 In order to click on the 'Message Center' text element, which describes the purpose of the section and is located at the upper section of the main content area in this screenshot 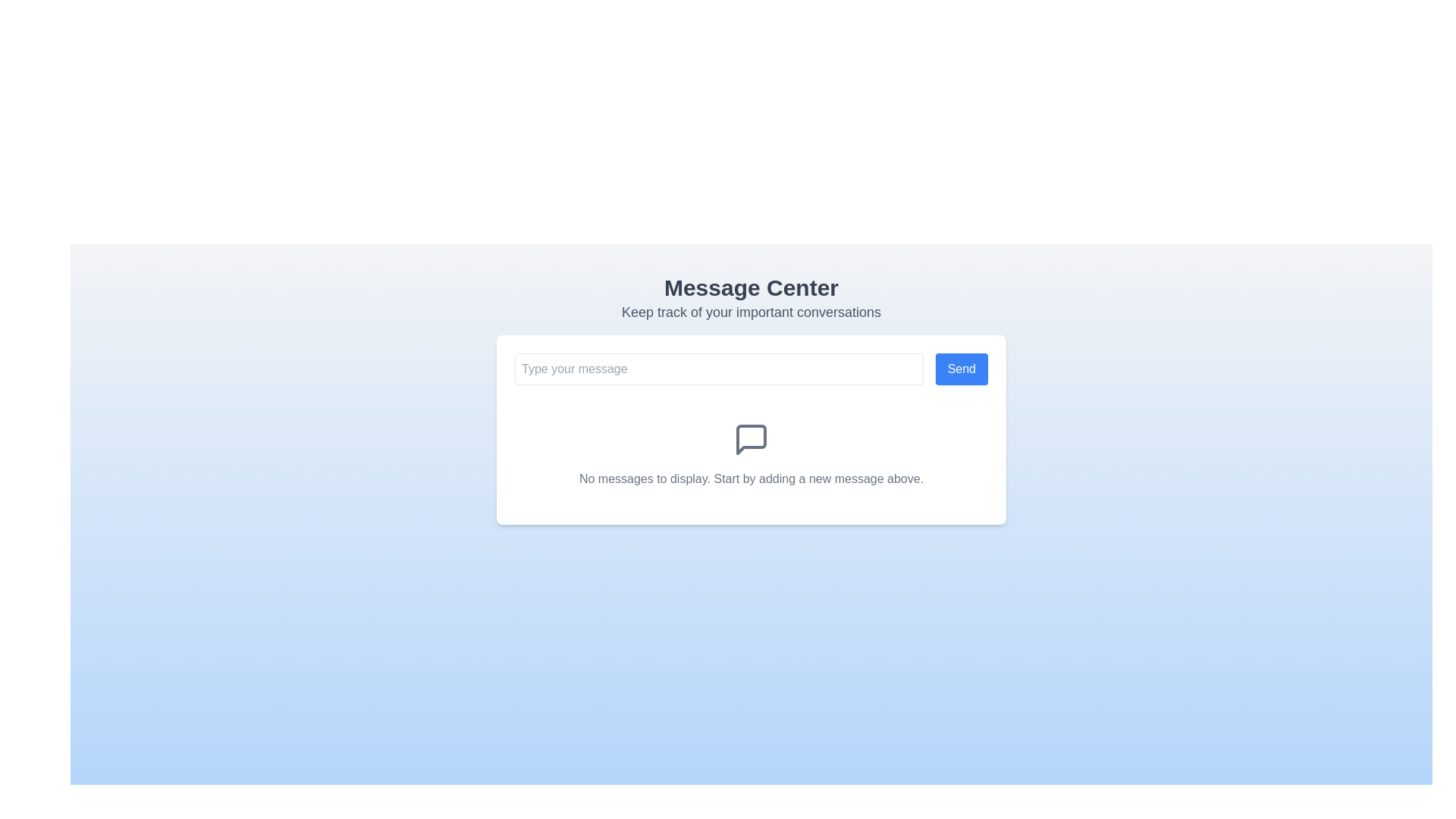, I will do `click(751, 298)`.